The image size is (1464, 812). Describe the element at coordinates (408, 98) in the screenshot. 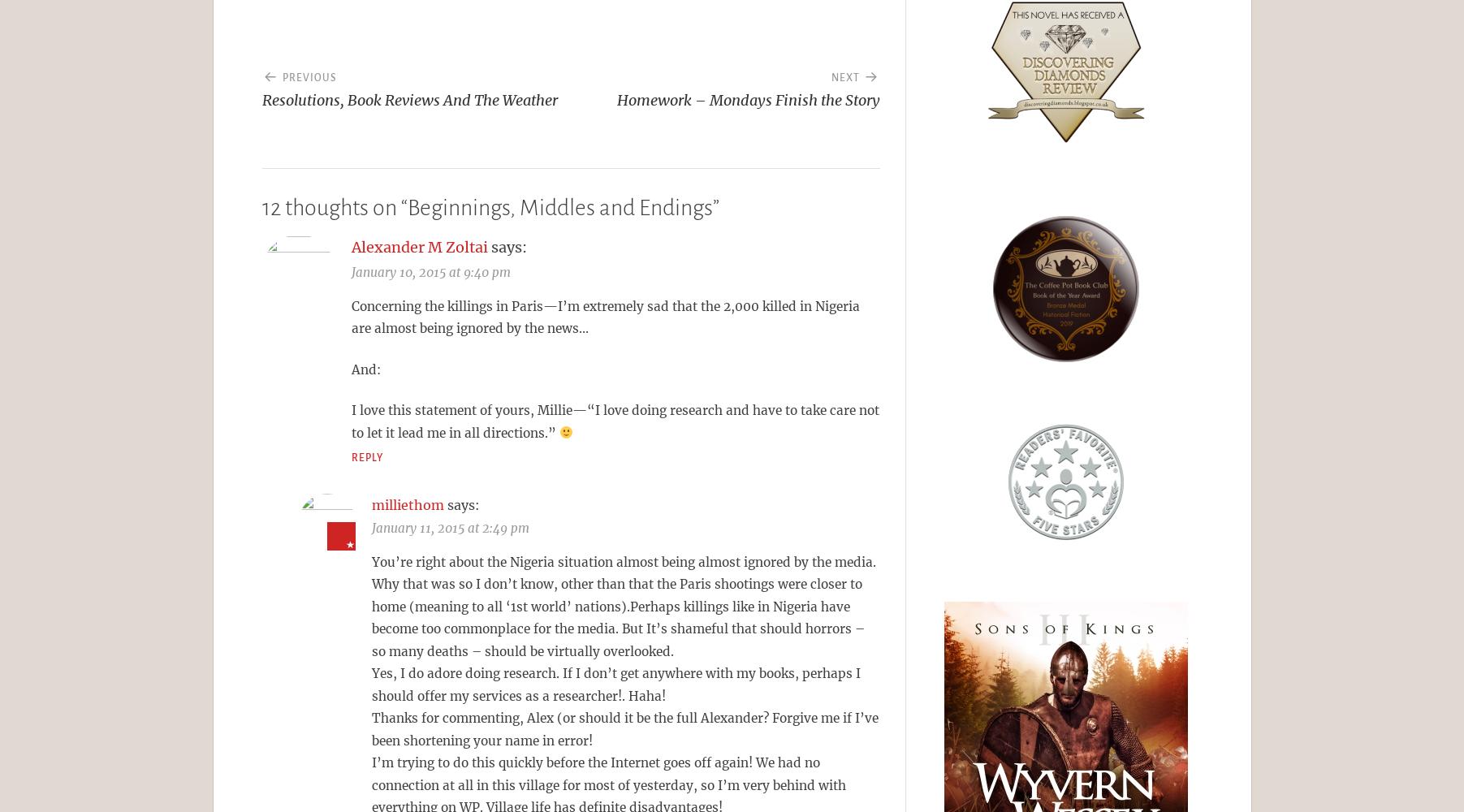

I see `'Resolutions, Book Reviews And The Weather'` at that location.